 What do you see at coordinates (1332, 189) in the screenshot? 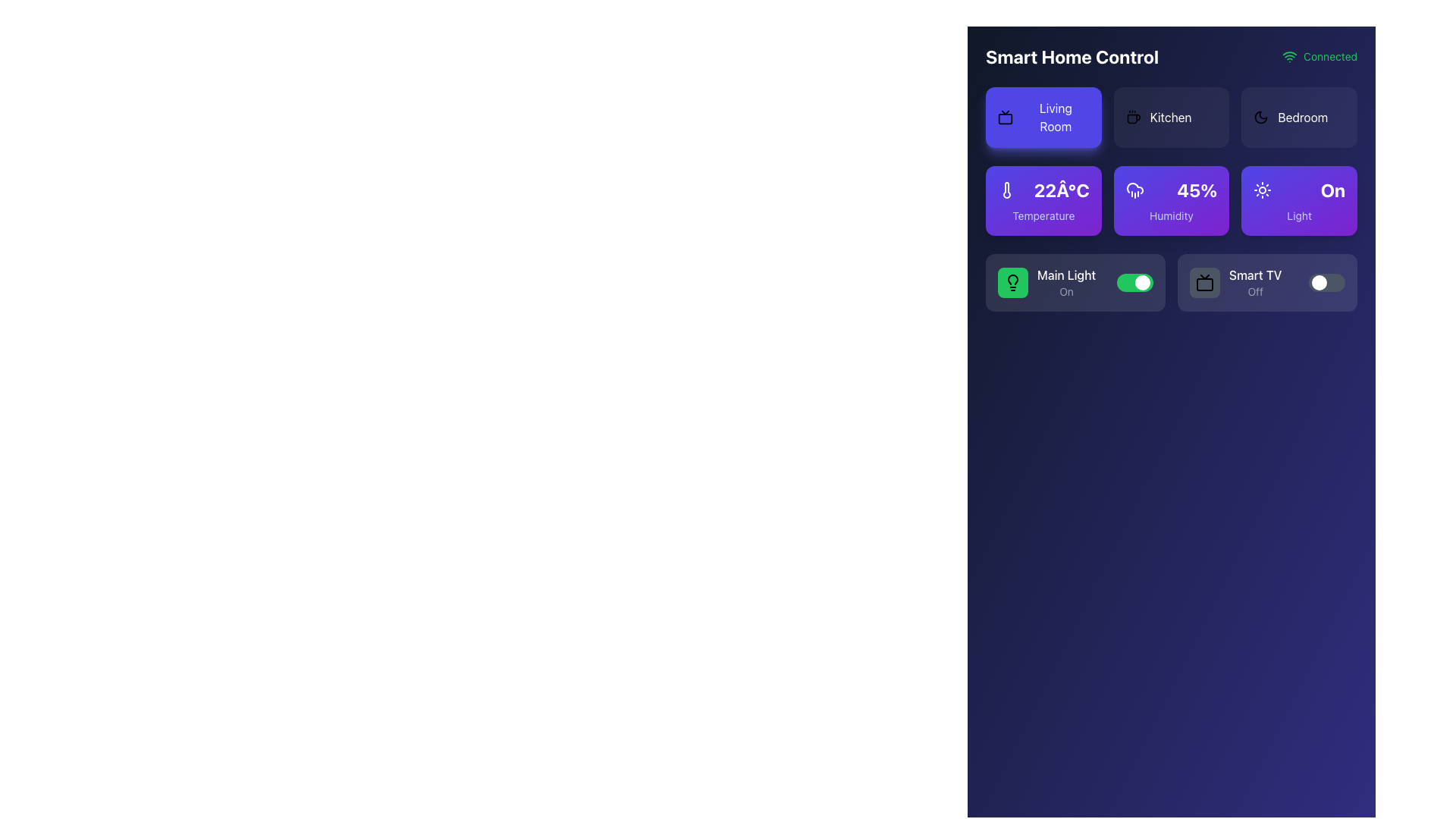
I see `the 'On' status label located at the lower-left corner of the purple button labeled 'Light', which is situated in the second row from the top, to the far right of the interface layout` at bounding box center [1332, 189].